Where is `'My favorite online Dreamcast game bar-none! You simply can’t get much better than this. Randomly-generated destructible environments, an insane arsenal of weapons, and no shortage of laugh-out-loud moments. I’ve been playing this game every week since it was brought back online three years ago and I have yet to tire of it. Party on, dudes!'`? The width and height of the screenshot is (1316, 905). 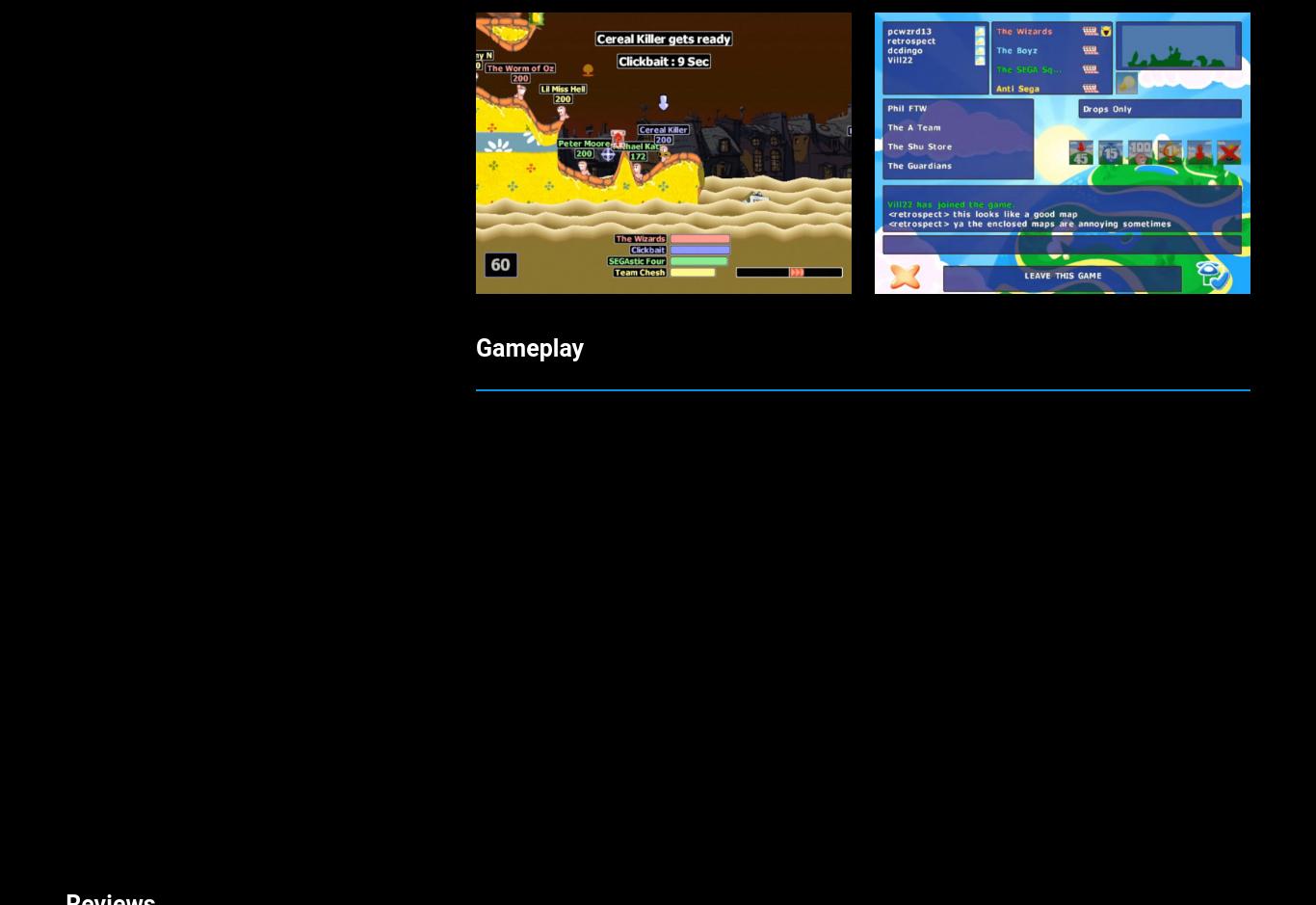
'My favorite online Dreamcast game bar-none! You simply can’t get much better than this. Randomly-generated destructible environments, an insane arsenal of weapons, and no shortage of laugh-out-loud moments. I’ve been playing this game every week since it was brought back online three years ago and I have yet to tire of it. Party on, dudes!' is located at coordinates (652, 755).